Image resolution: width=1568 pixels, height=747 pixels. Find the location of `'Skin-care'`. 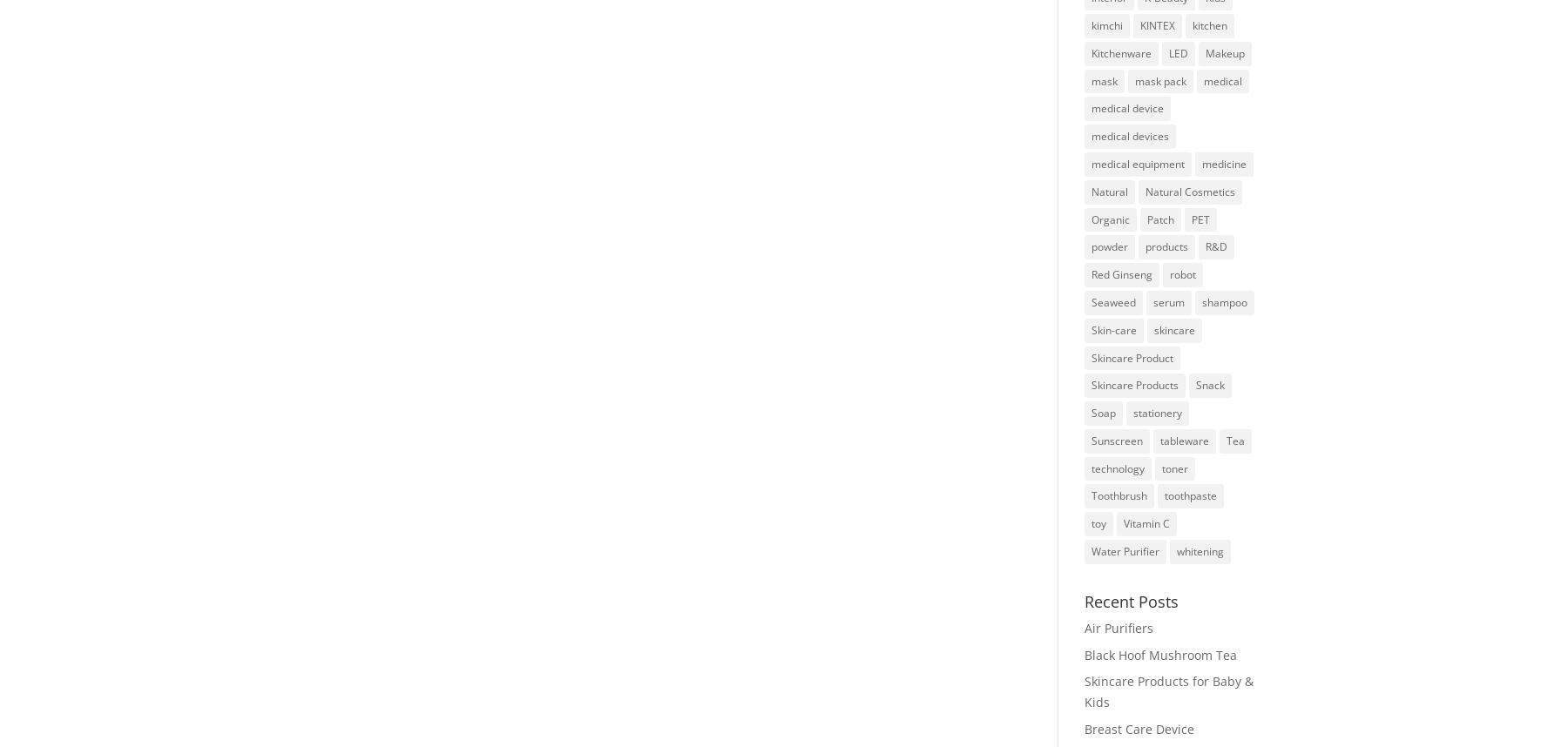

'Skin-care' is located at coordinates (1113, 329).